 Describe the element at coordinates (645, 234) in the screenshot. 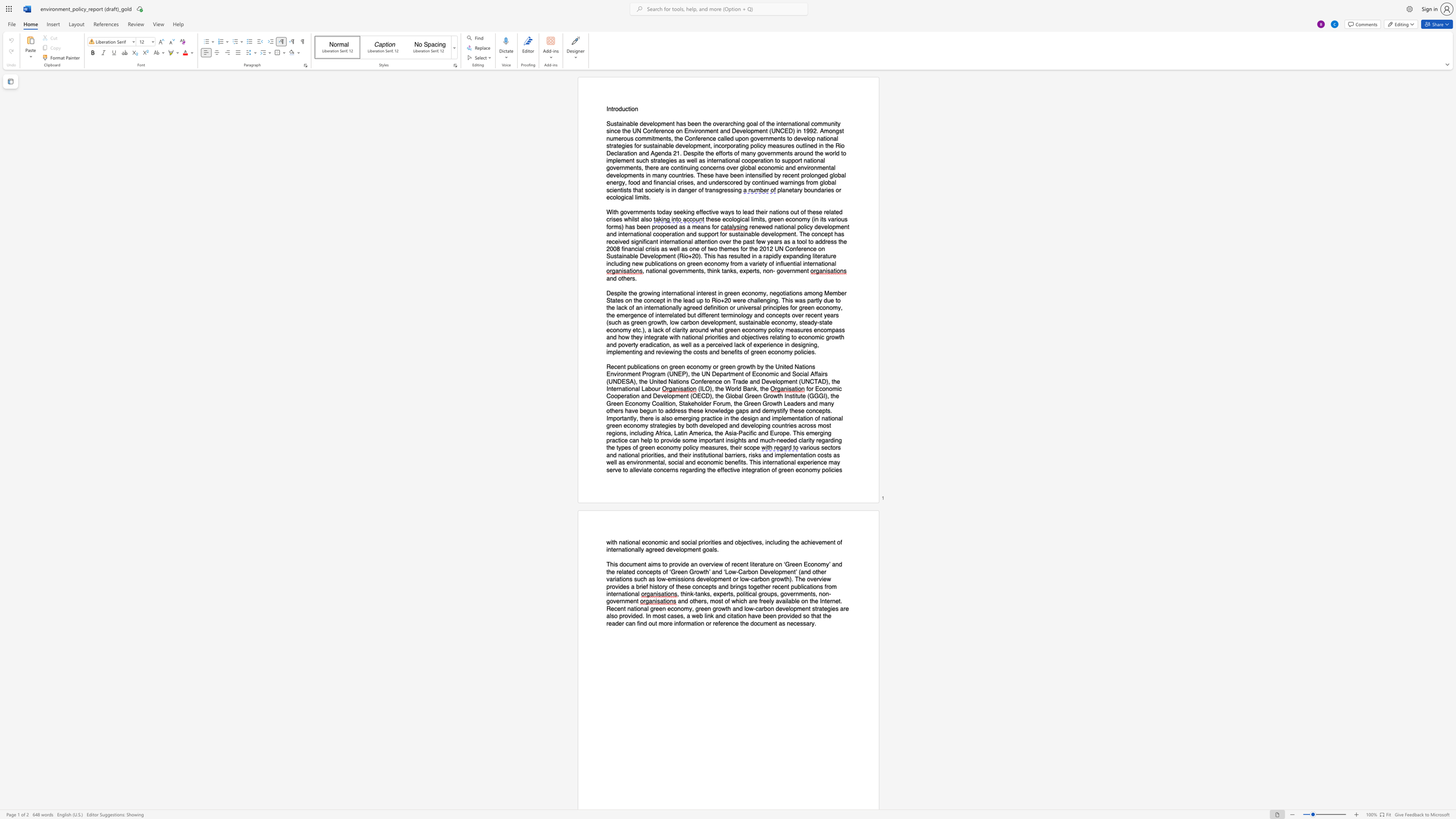

I see `the subset text "al cooperation and support for sustainable development. The concept has received significant international attention over the pa" within the text "renewed national policy development and international cooperation and support for sustainable development. The concept has received significant international attention over the past few years as a tool to address the 2008"` at that location.